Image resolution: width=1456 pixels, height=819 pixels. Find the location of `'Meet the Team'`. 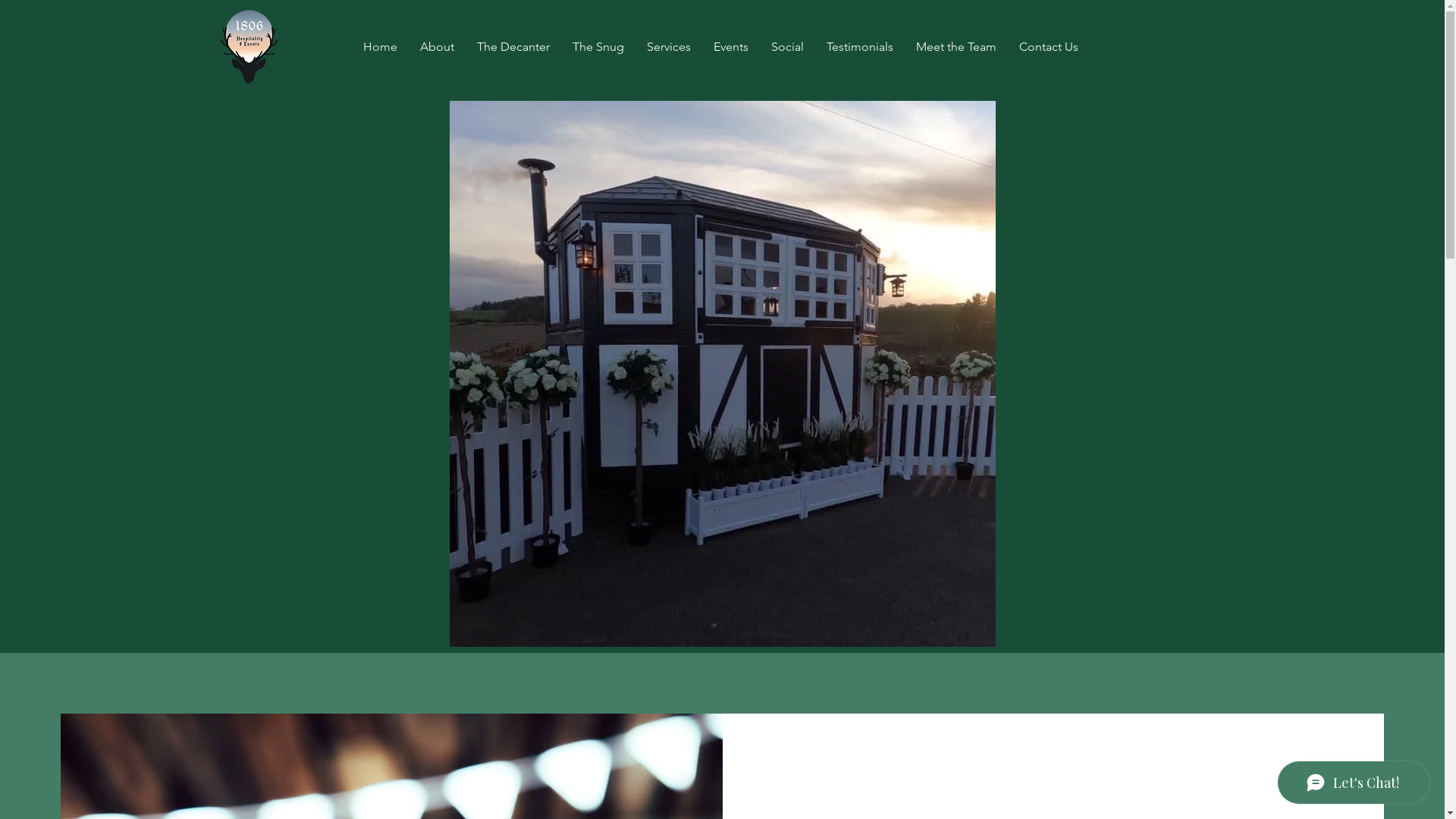

'Meet the Team' is located at coordinates (954, 45).